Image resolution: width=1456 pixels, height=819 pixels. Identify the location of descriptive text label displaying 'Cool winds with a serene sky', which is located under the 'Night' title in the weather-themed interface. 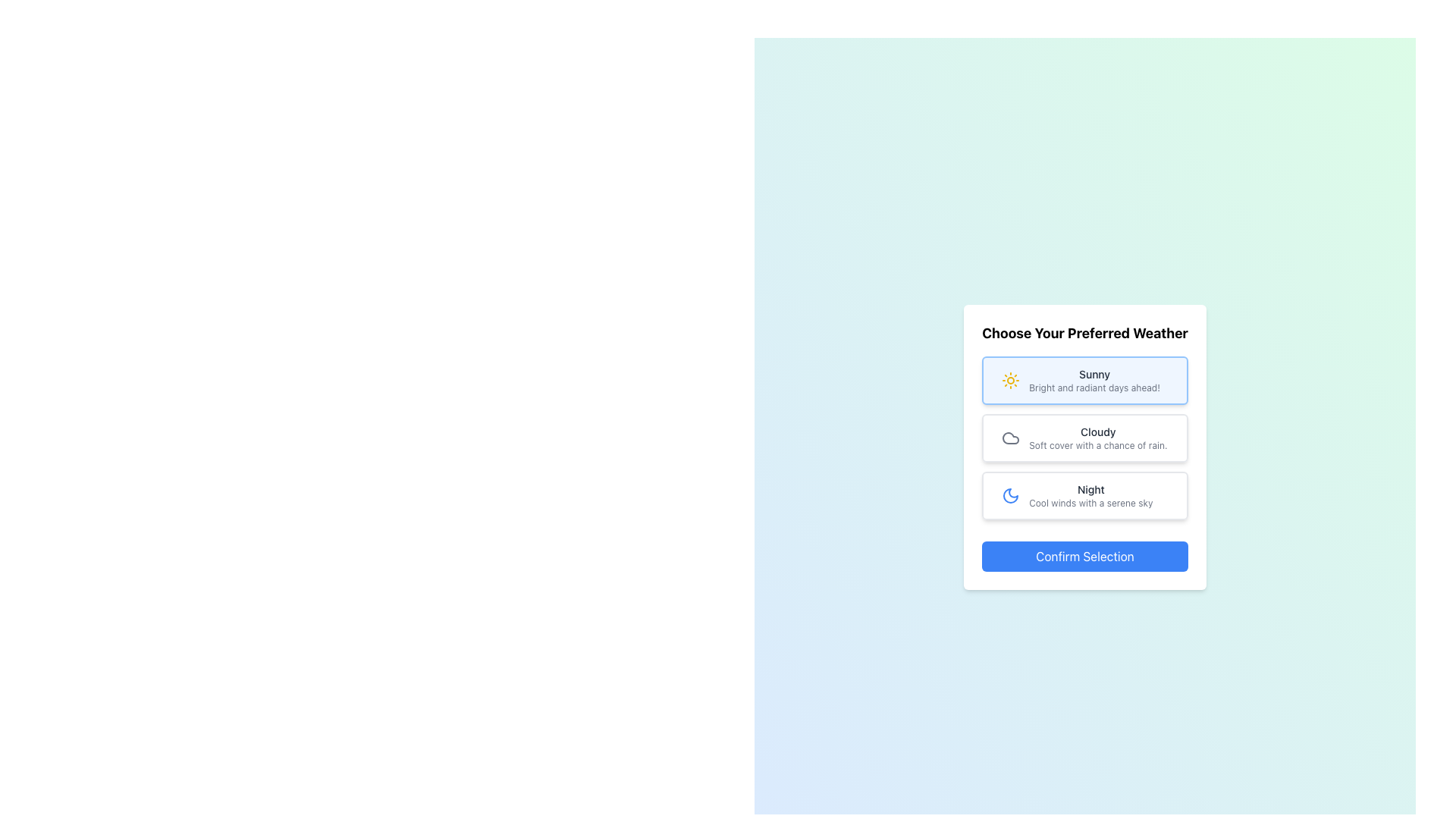
(1090, 503).